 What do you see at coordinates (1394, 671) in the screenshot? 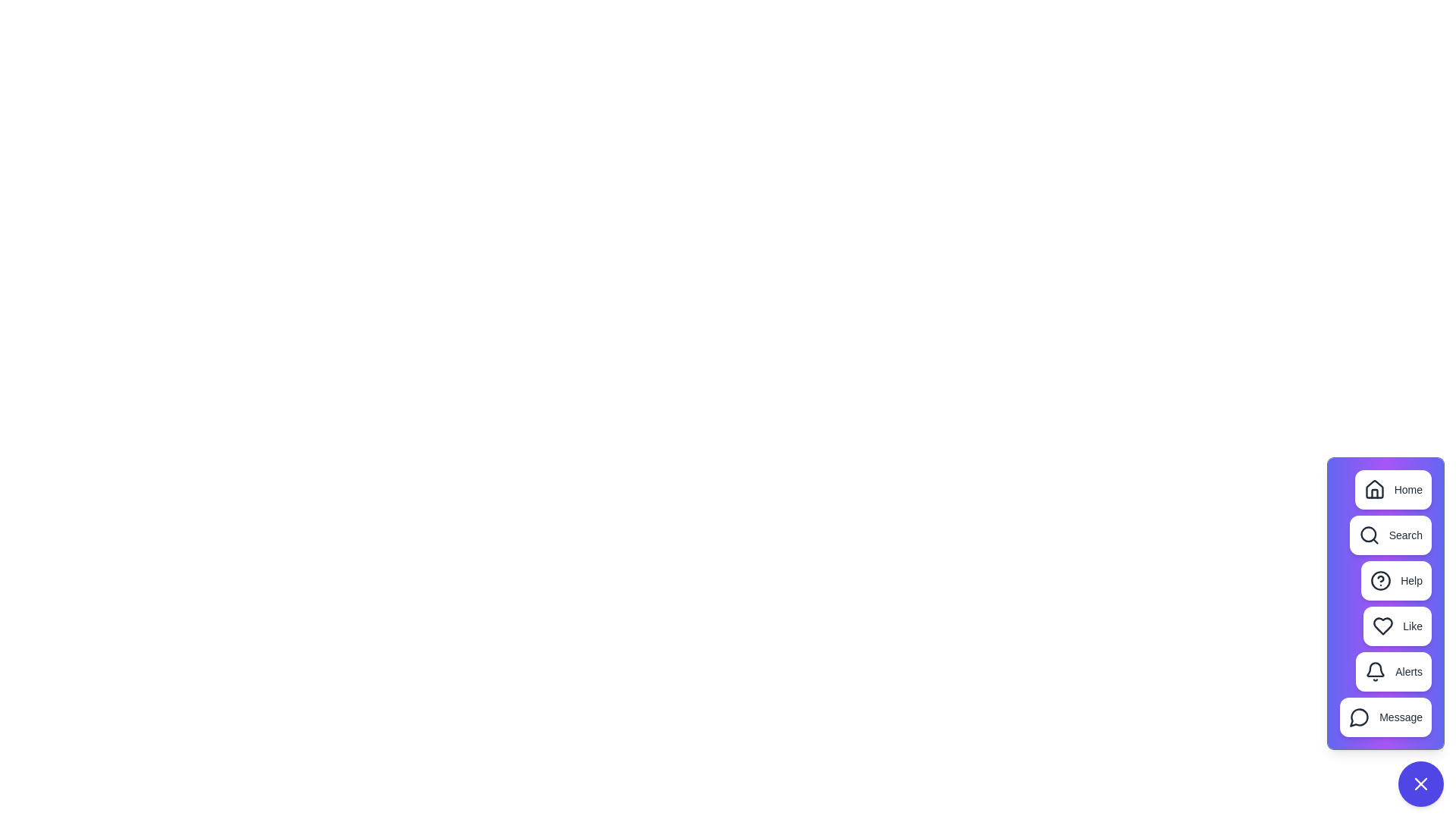
I see `the 'Alerts' button in the speed dial menu` at bounding box center [1394, 671].